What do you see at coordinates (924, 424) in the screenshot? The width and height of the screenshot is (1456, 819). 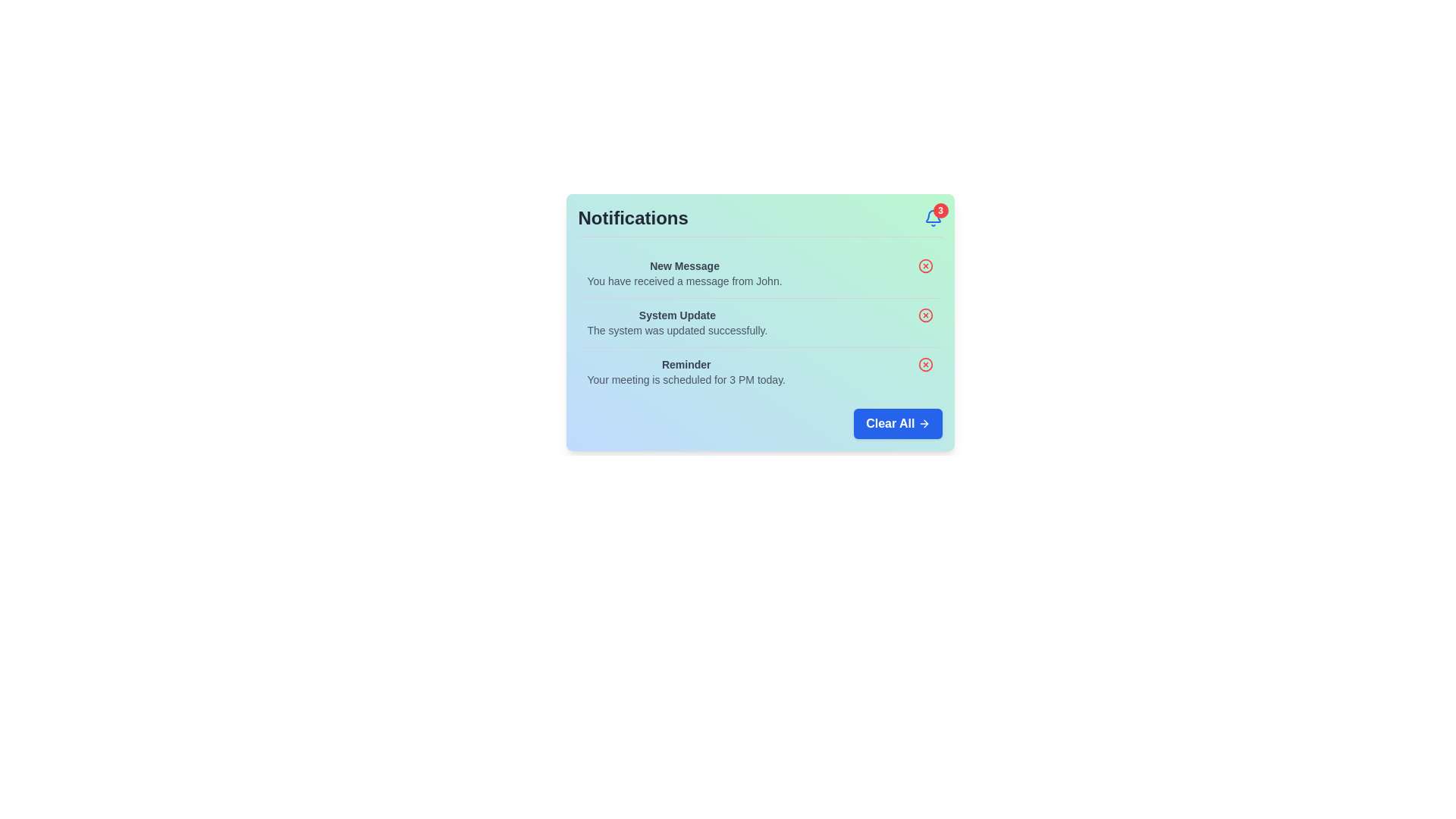 I see `the arrow icon located in the bottom-right corner of the notification card` at bounding box center [924, 424].